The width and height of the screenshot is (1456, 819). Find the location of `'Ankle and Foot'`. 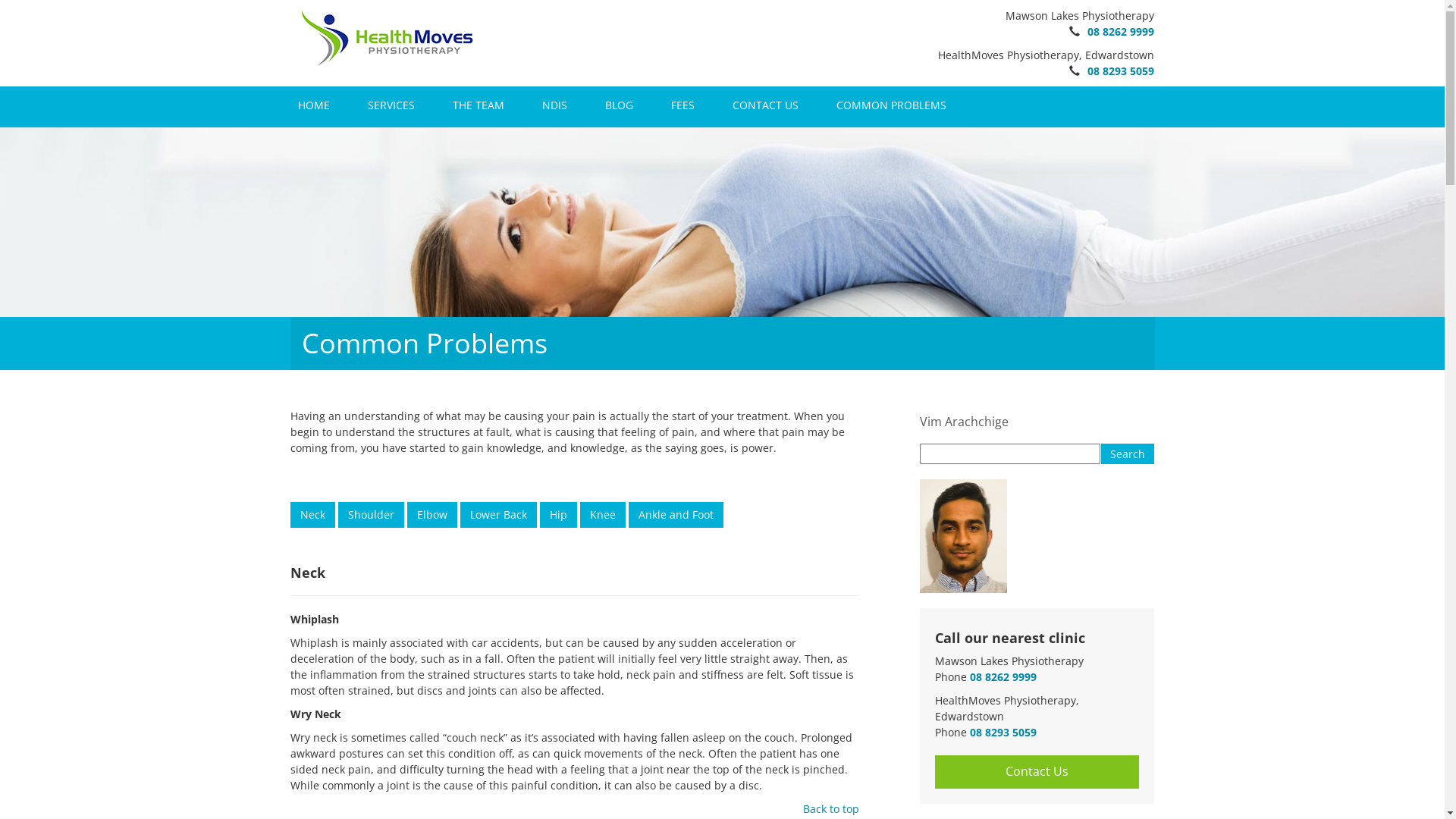

'Ankle and Foot' is located at coordinates (674, 513).